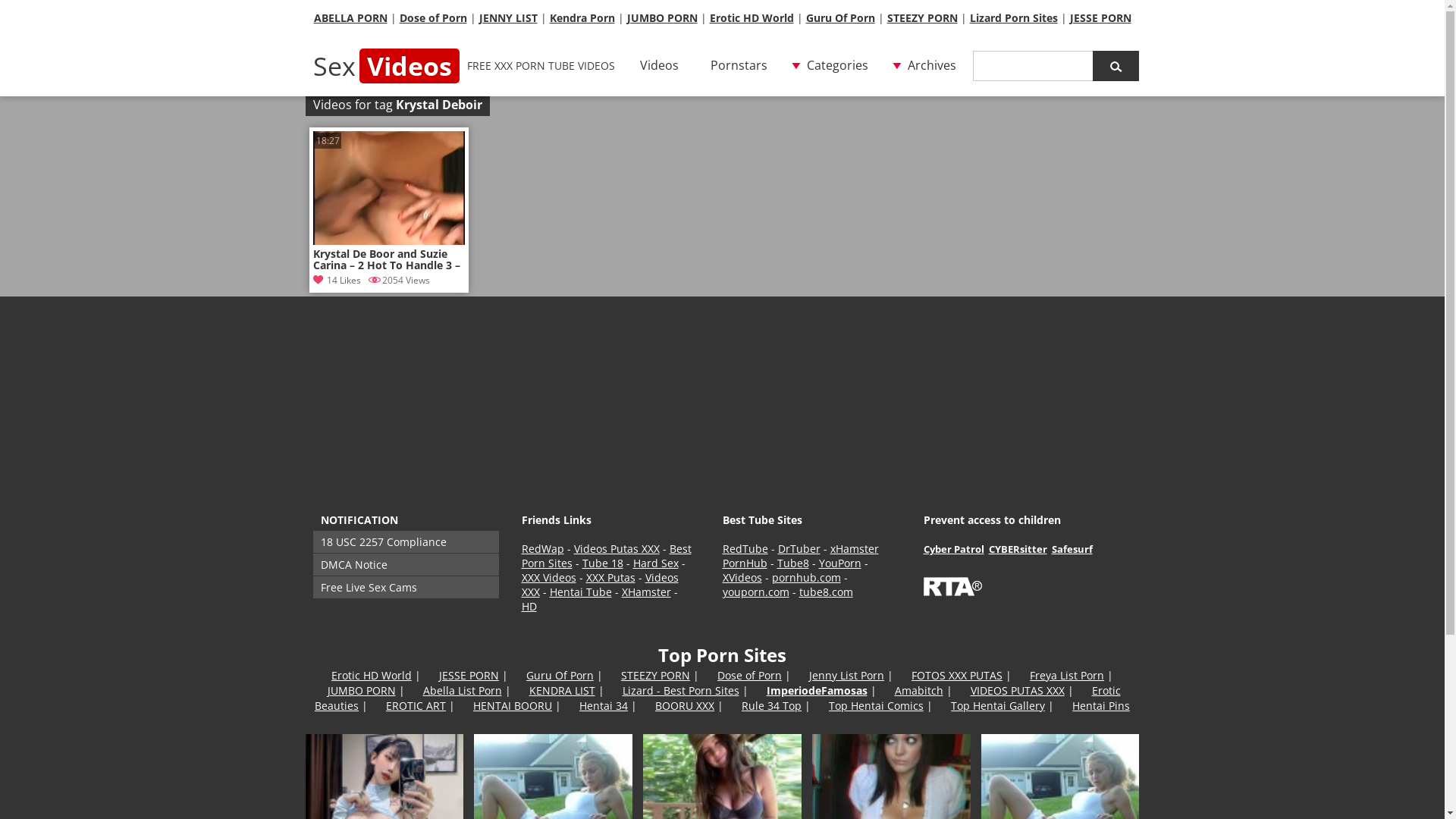 The image size is (1456, 819). Describe the element at coordinates (422, 690) in the screenshot. I see `'Abella List Porn'` at that location.